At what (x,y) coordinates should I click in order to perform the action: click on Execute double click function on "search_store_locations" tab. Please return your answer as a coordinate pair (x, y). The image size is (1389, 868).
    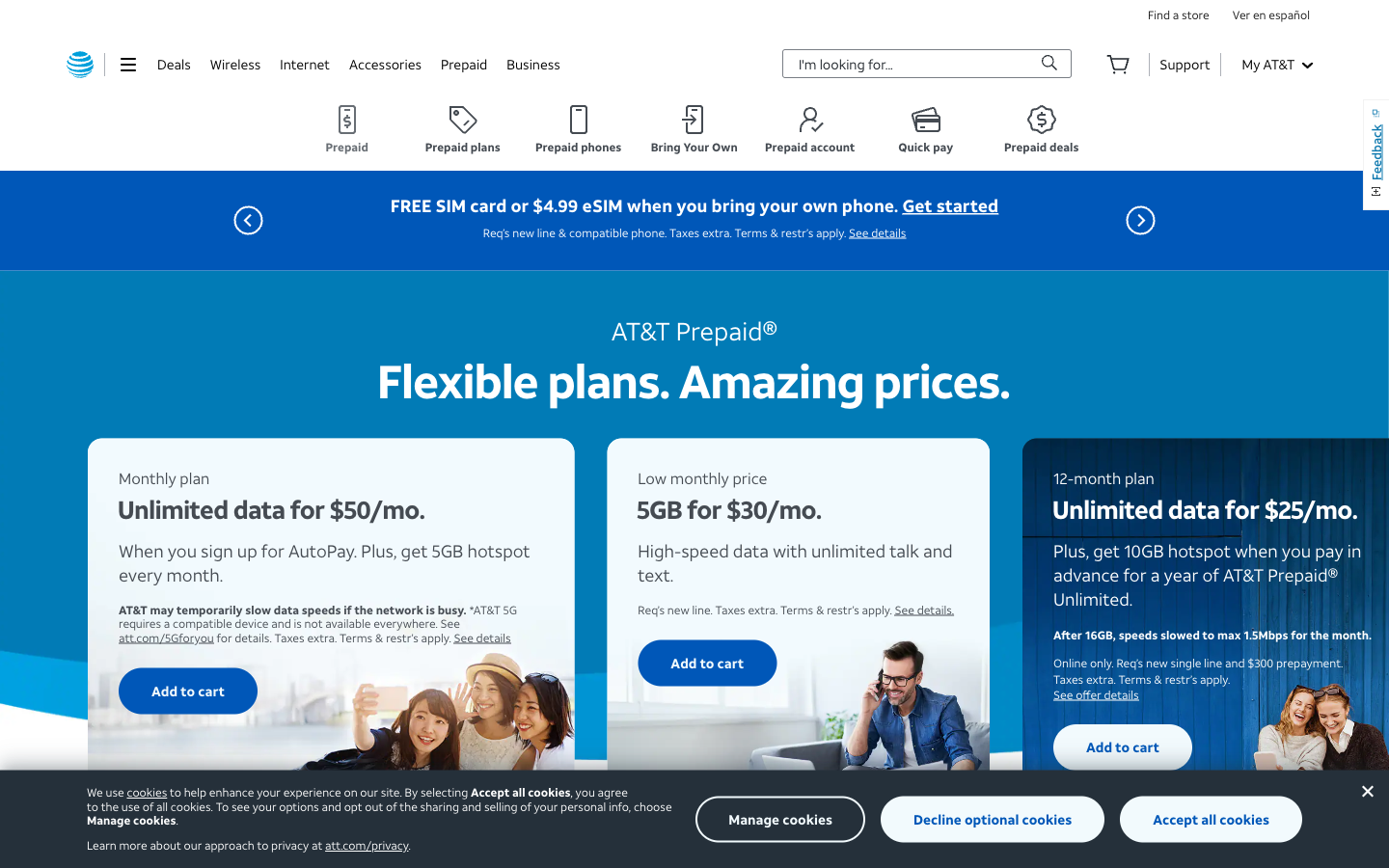
    Looking at the image, I should click on (1177, 14).